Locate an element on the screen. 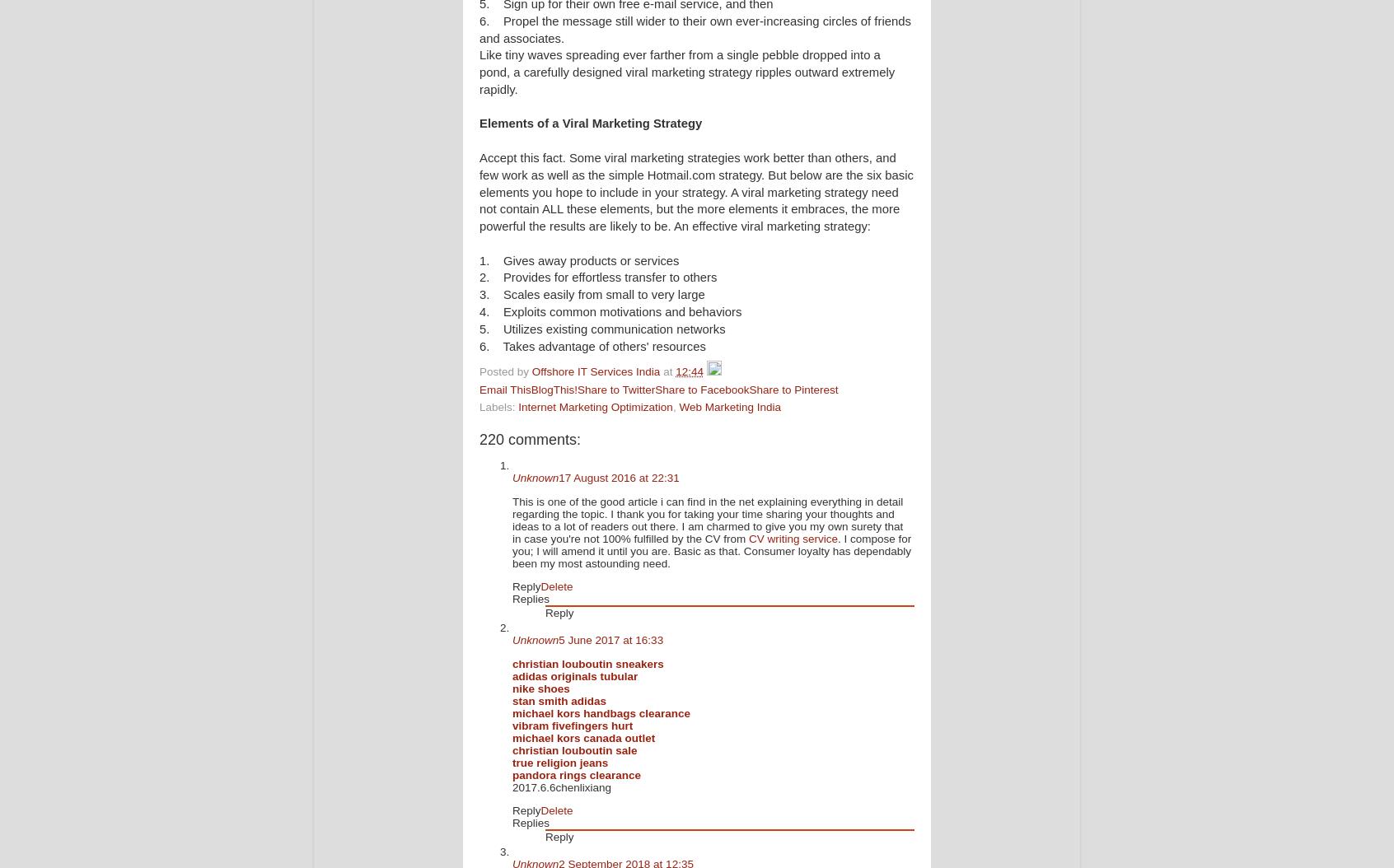 The width and height of the screenshot is (1394, 868). '2.    Provides for effortless transfer to others' is located at coordinates (597, 277).